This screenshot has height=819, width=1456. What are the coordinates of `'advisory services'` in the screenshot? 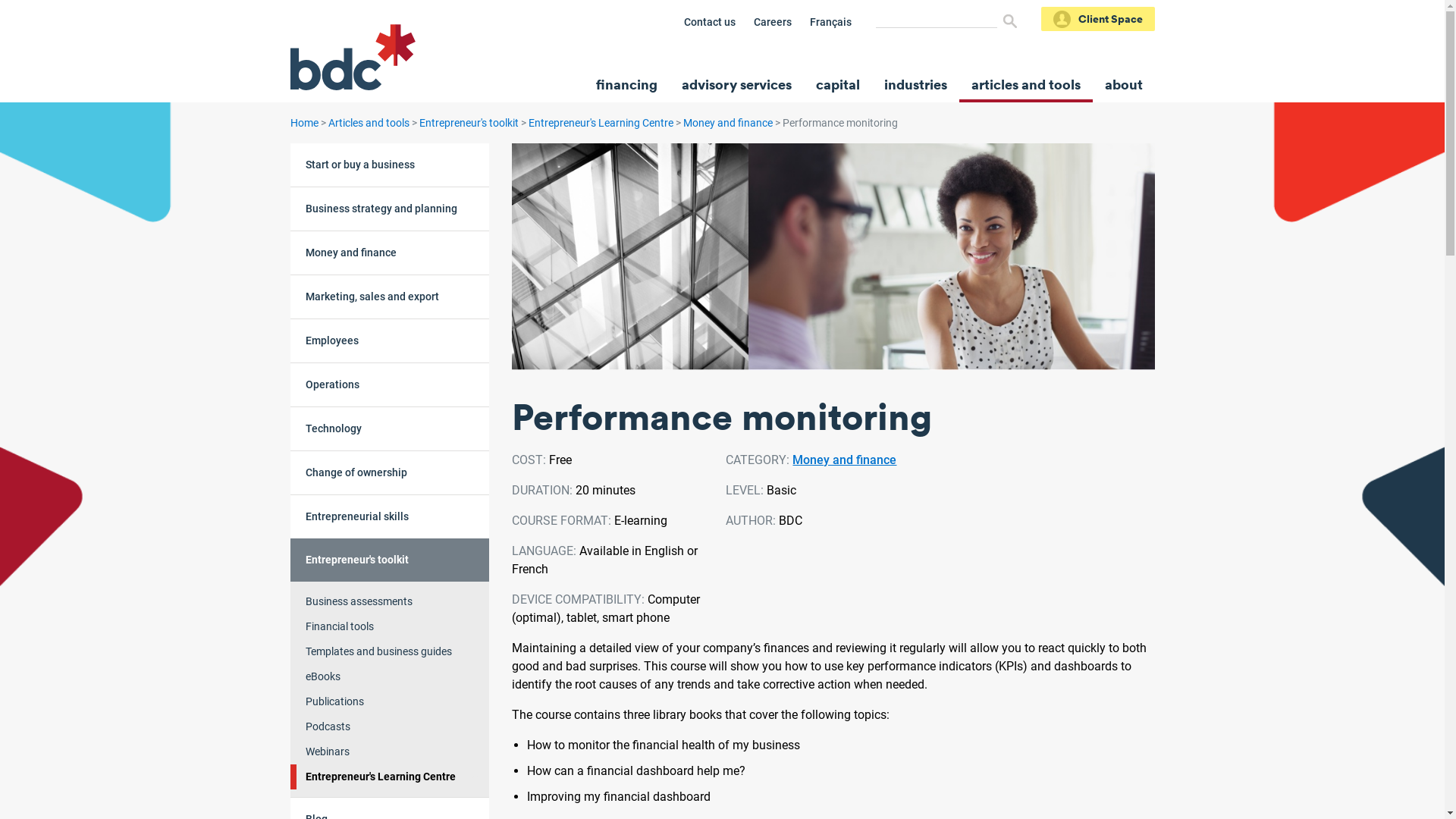 It's located at (736, 84).